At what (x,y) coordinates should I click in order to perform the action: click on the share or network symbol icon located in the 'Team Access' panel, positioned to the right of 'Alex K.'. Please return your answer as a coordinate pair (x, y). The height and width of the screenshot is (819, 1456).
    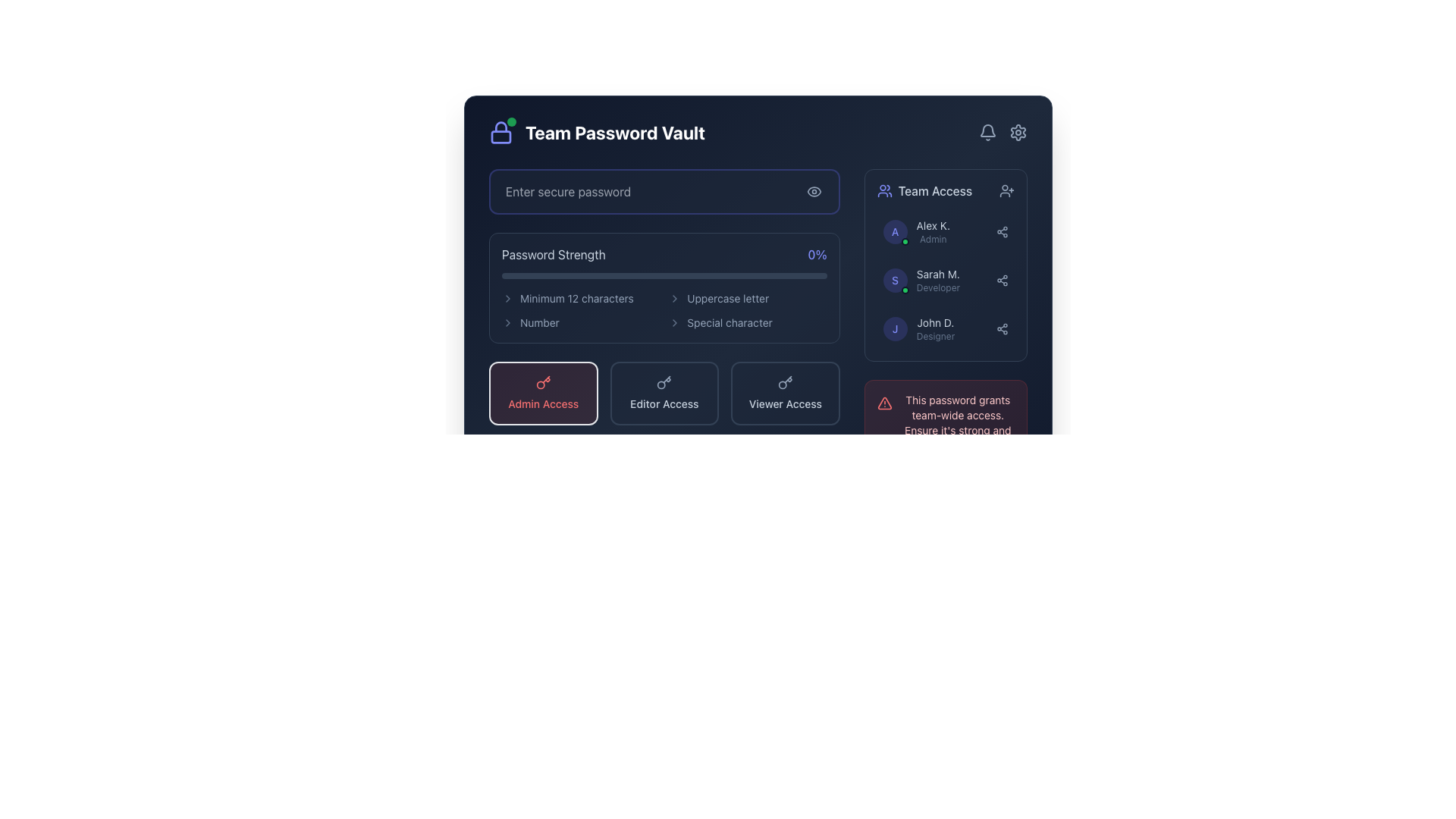
    Looking at the image, I should click on (1002, 231).